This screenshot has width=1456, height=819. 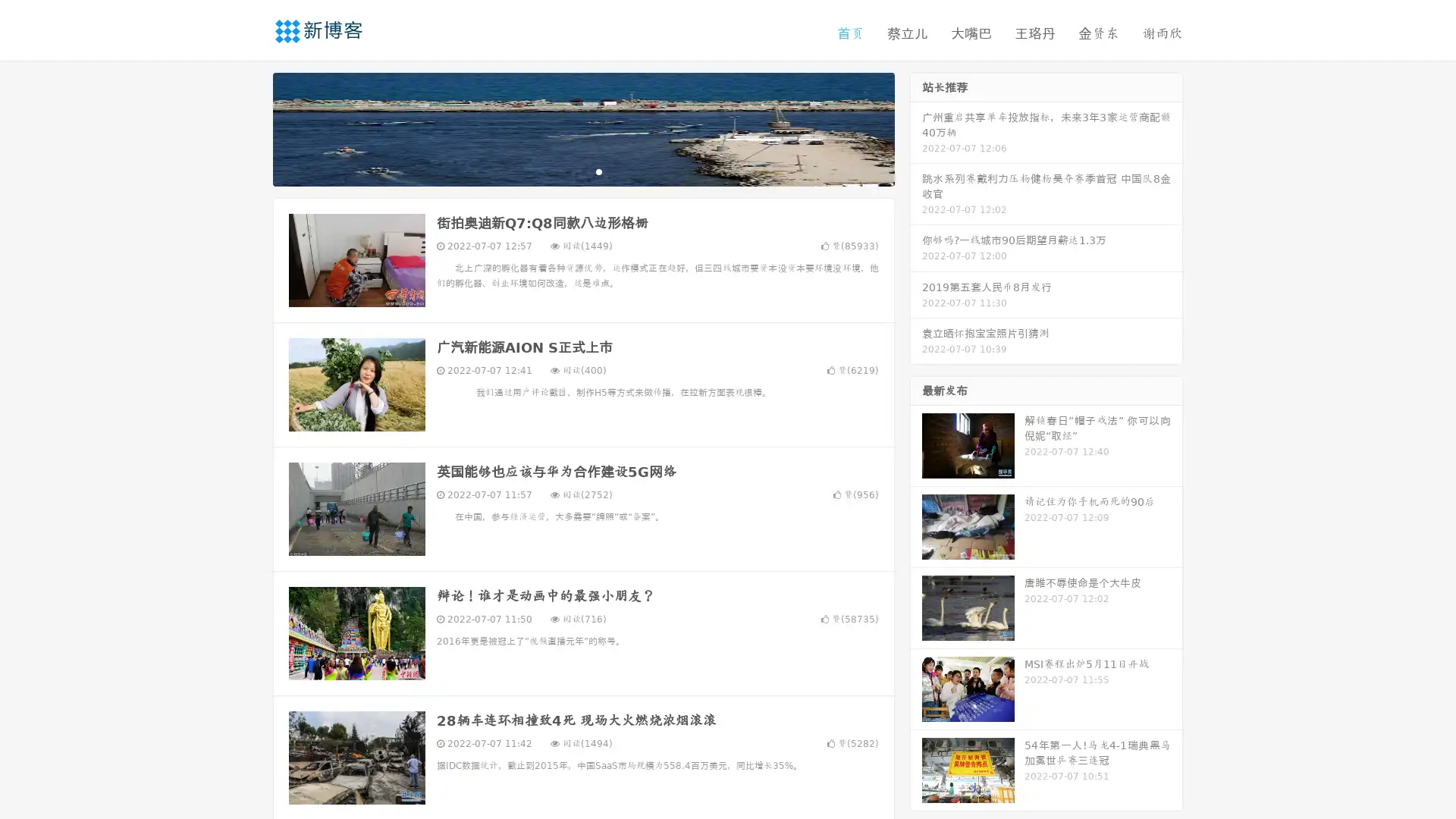 What do you see at coordinates (916, 127) in the screenshot?
I see `Next slide` at bounding box center [916, 127].